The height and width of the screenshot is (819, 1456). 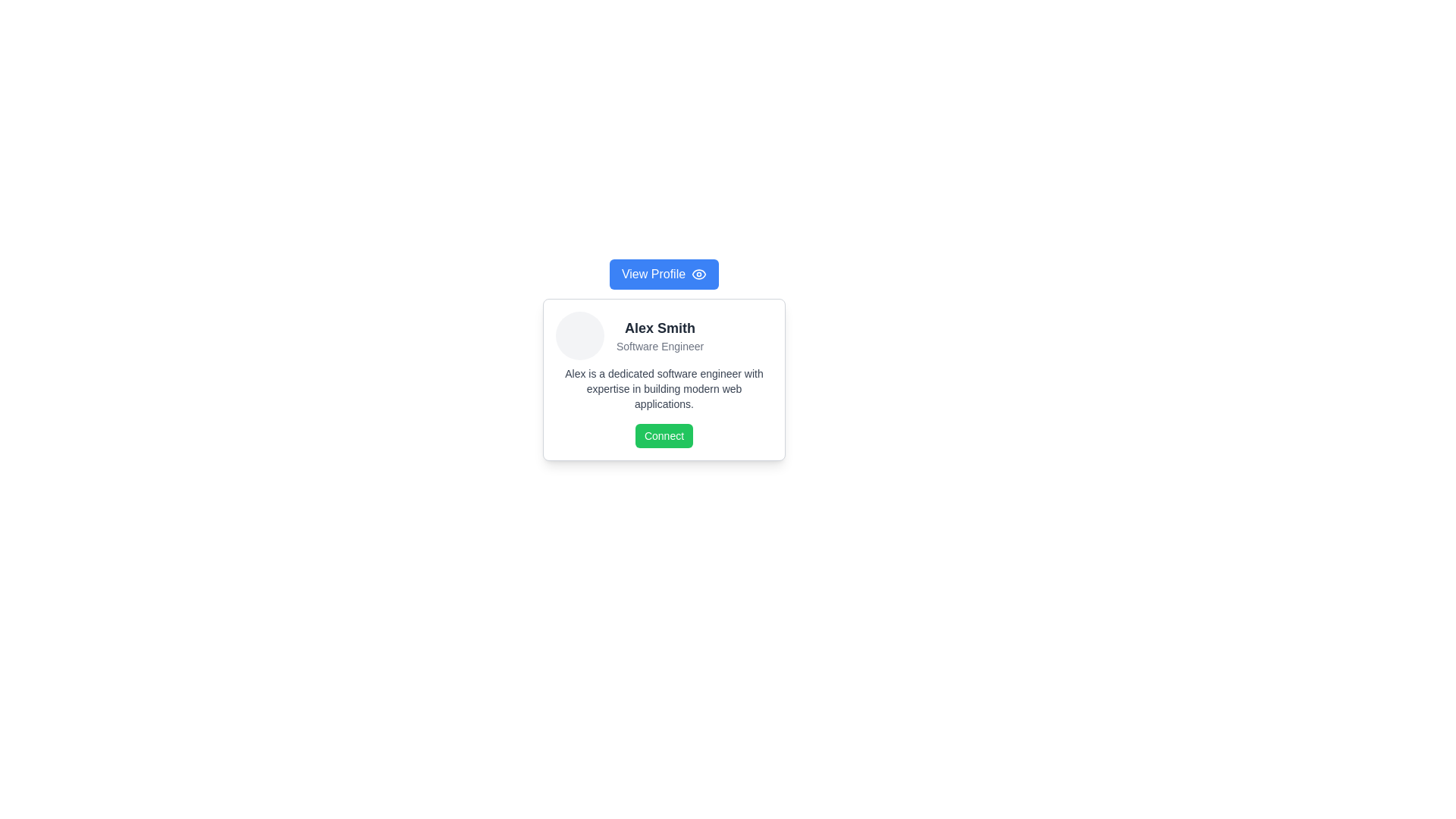 What do you see at coordinates (660, 335) in the screenshot?
I see `text label that provides the name and position title of a person for identification purposes, located in the center-top area of the card layout` at bounding box center [660, 335].